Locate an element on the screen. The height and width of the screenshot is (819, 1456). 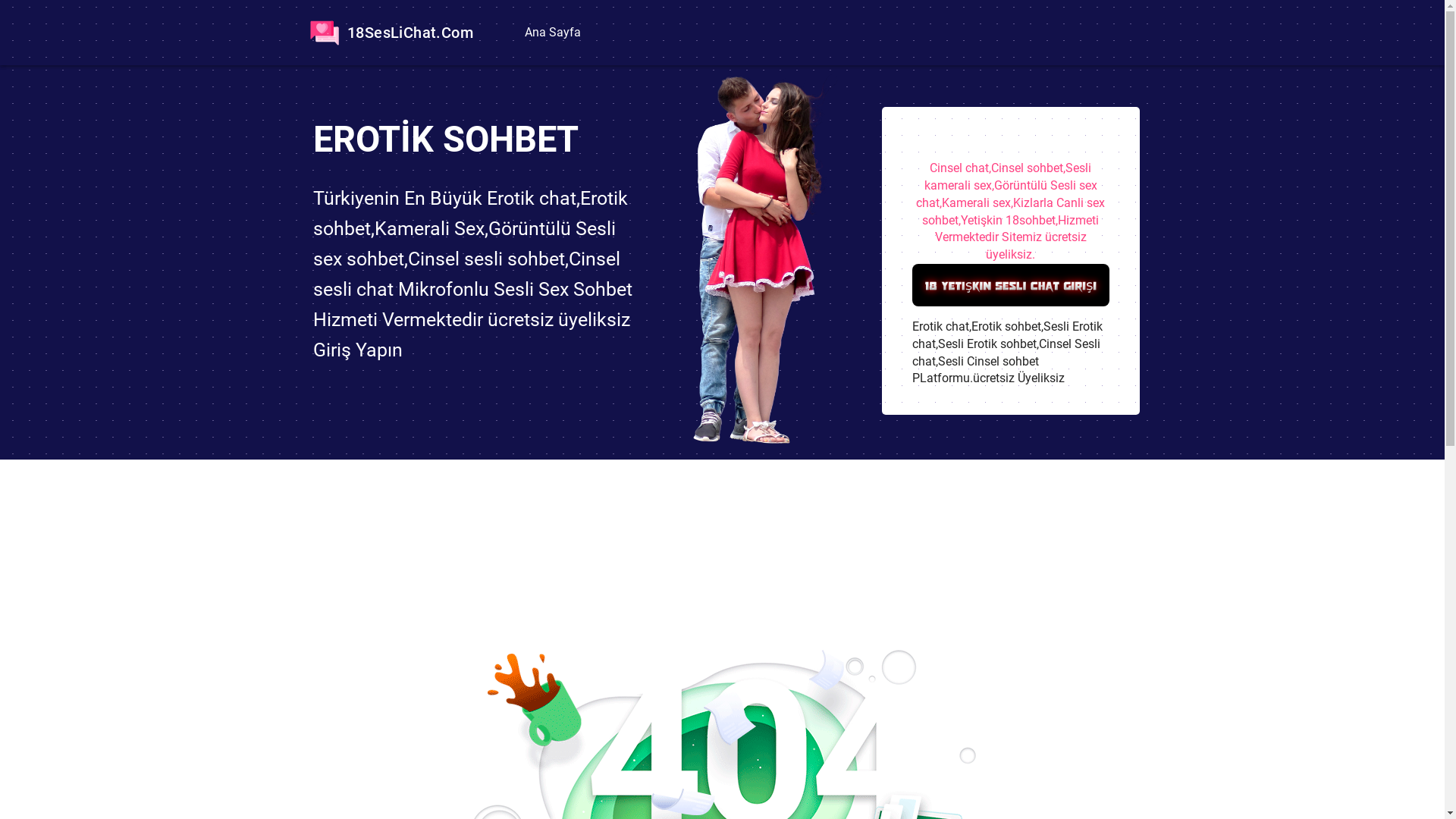
'Ana Sayfa is located at coordinates (550, 32).